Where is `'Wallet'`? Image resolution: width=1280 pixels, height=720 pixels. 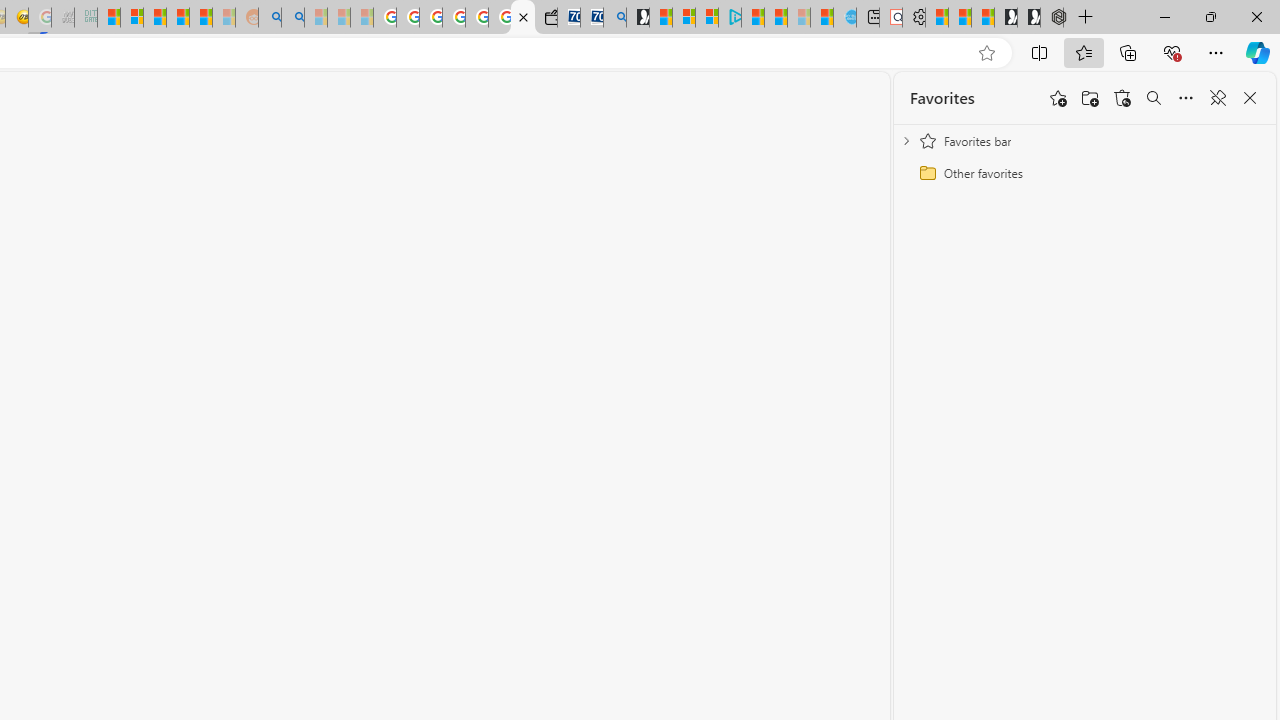 'Wallet' is located at coordinates (545, 17).